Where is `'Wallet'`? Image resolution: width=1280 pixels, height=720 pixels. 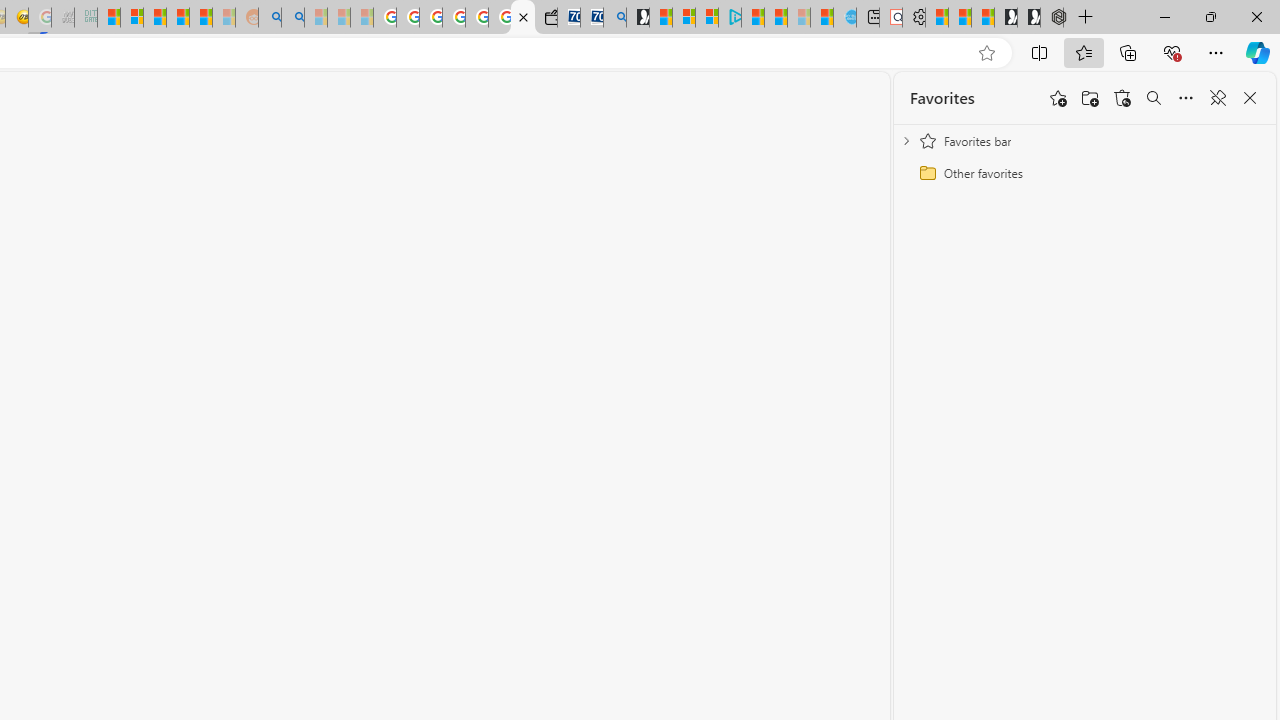 'Wallet' is located at coordinates (545, 17).